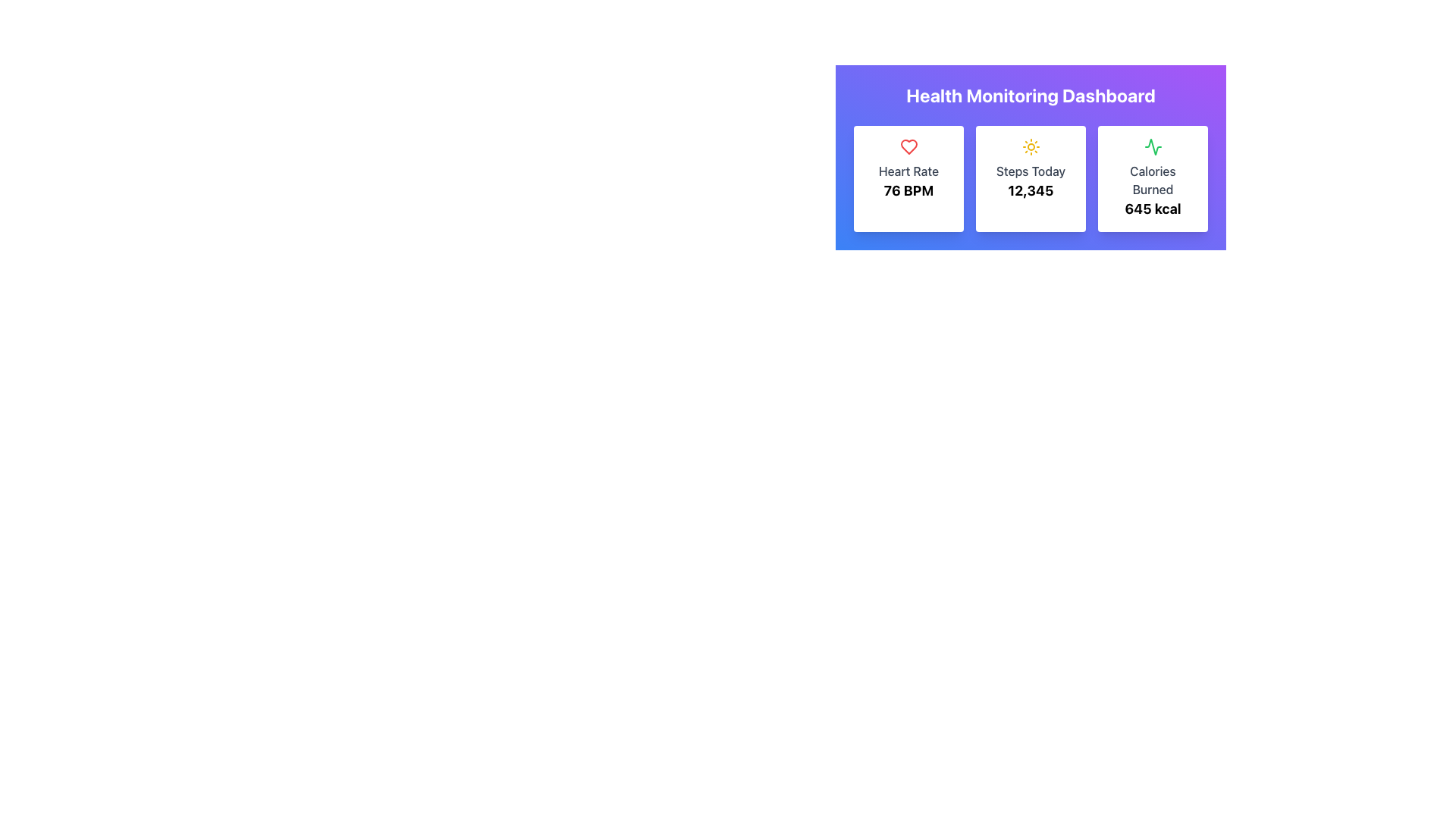 Image resolution: width=1456 pixels, height=819 pixels. I want to click on the text label displaying '645 kcal' which is styled with a bold, large font and positioned within a white card with rounded corners, located below the 'Calories Burned' label, so click(1153, 209).